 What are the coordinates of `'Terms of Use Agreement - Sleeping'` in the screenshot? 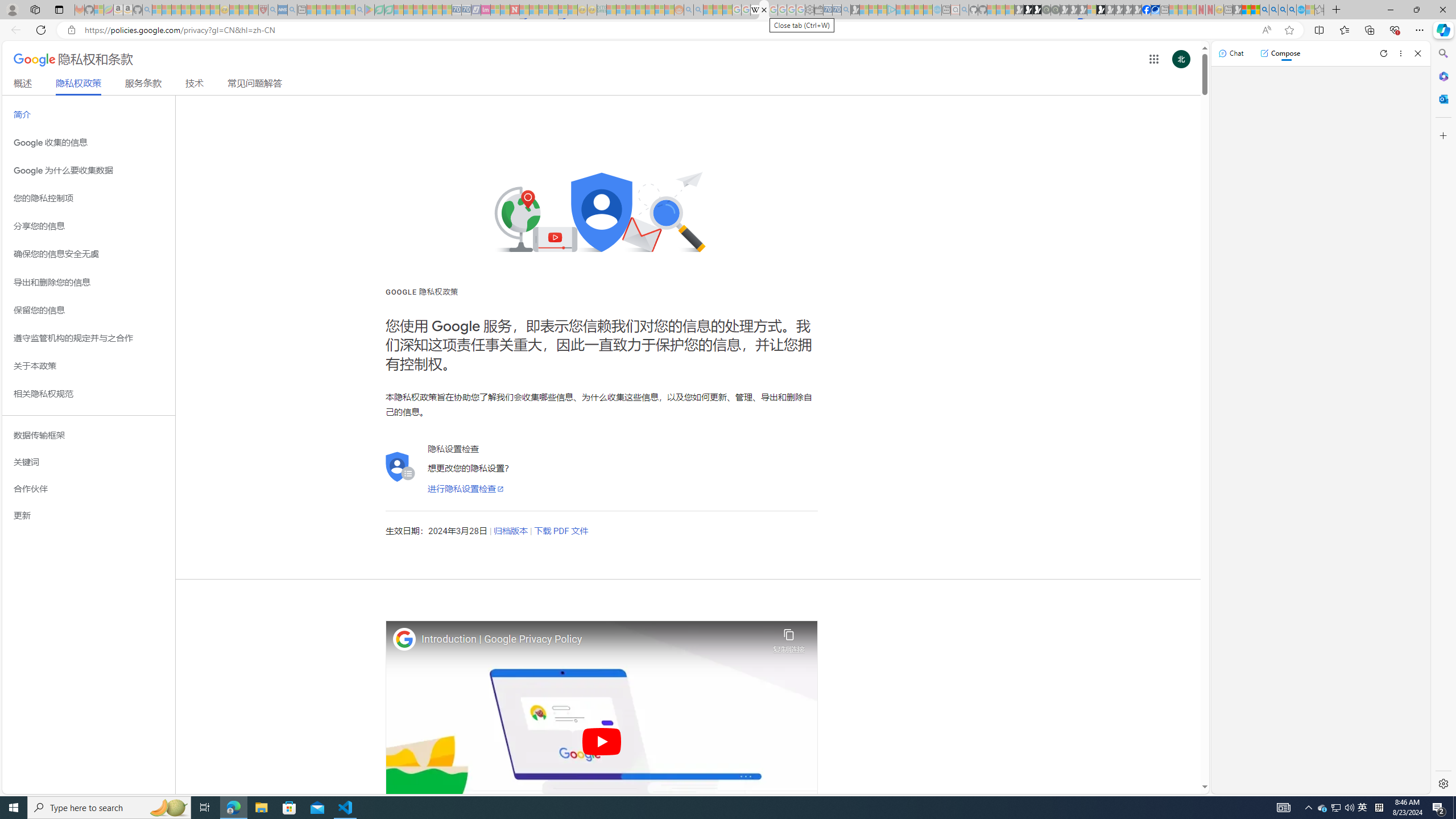 It's located at (378, 9).